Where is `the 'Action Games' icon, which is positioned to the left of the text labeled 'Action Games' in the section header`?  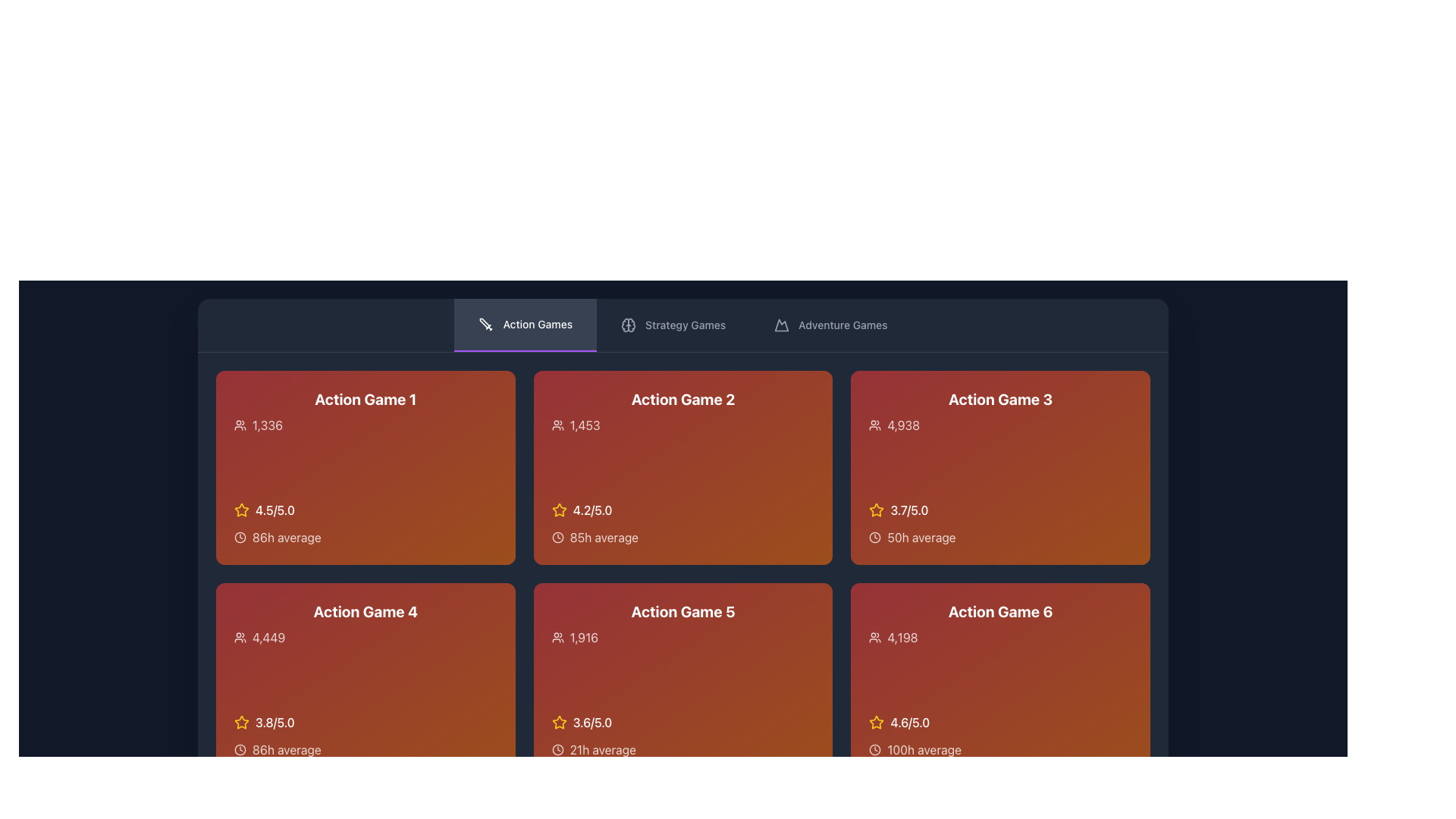 the 'Action Games' icon, which is positioned to the left of the text labeled 'Action Games' in the section header is located at coordinates (486, 324).